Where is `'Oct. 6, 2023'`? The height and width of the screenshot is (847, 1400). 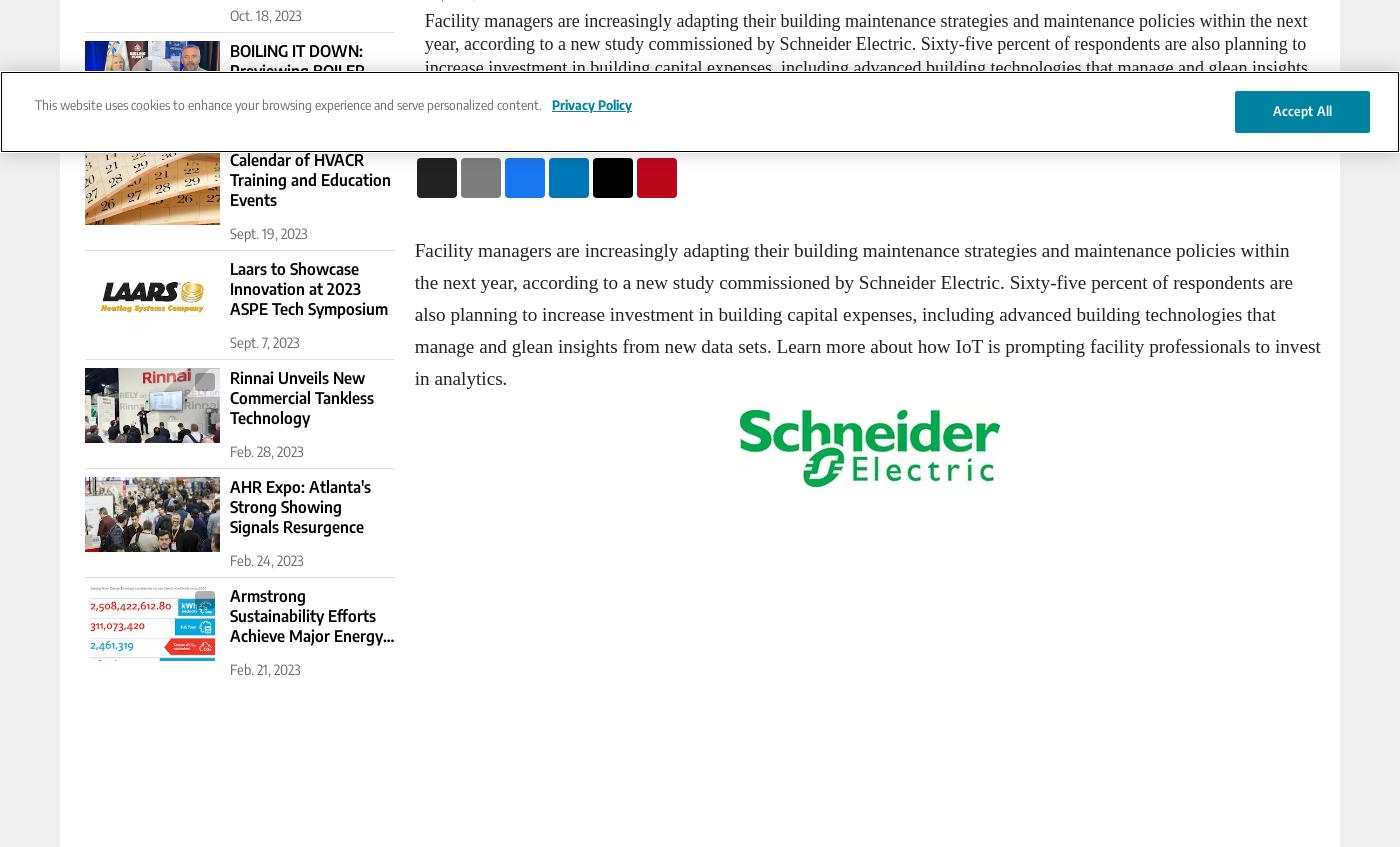
'Oct. 6, 2023' is located at coordinates (263, 123).